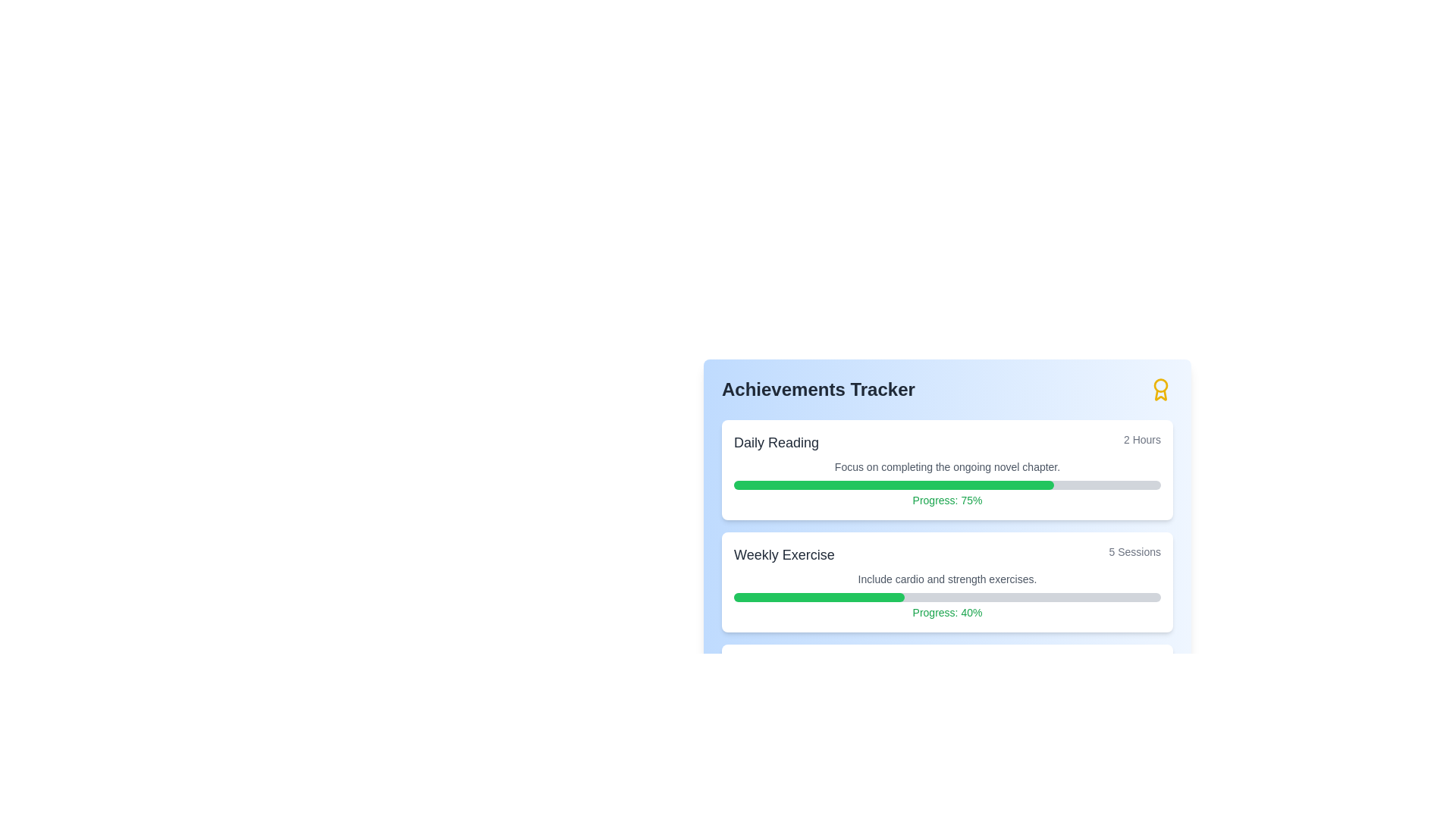 This screenshot has height=819, width=1456. What do you see at coordinates (1142, 442) in the screenshot?
I see `the displayed duration on the text label that indicates time spent on a related activity, located to the right of the 'Daily Reading' text` at bounding box center [1142, 442].